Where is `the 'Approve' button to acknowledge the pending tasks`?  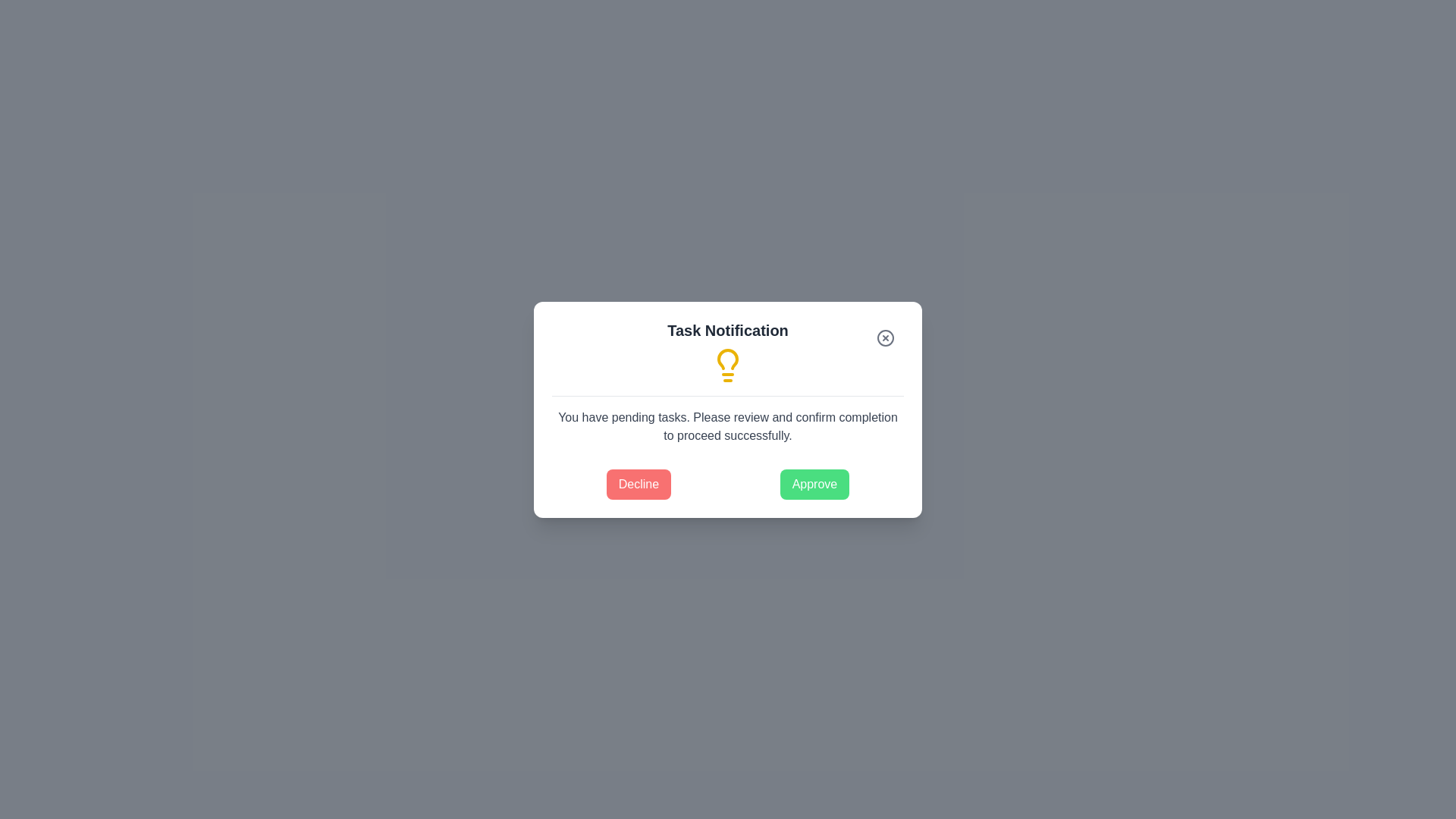 the 'Approve' button to acknowledge the pending tasks is located at coordinates (814, 483).